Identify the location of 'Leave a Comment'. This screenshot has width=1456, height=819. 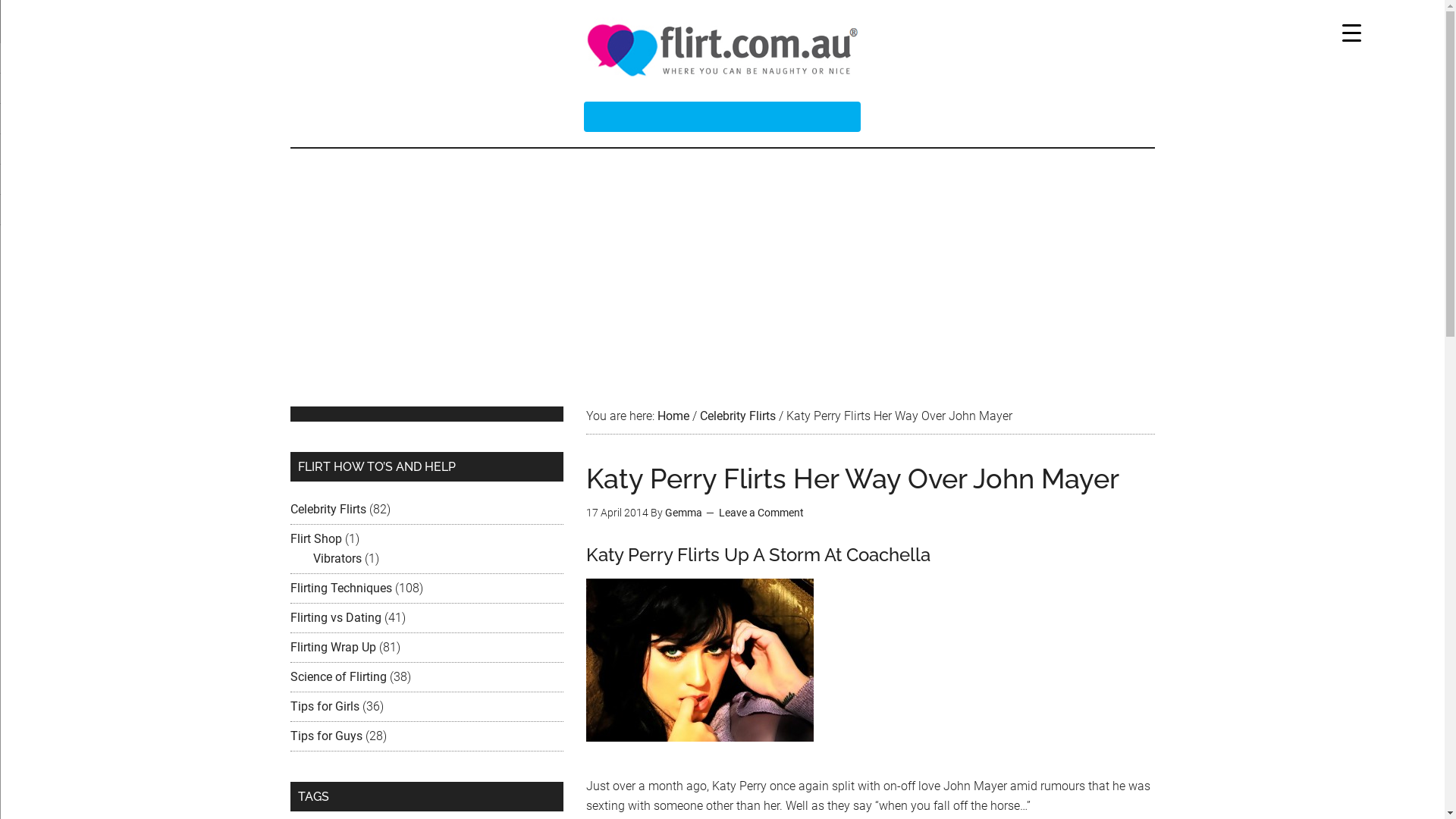
(718, 512).